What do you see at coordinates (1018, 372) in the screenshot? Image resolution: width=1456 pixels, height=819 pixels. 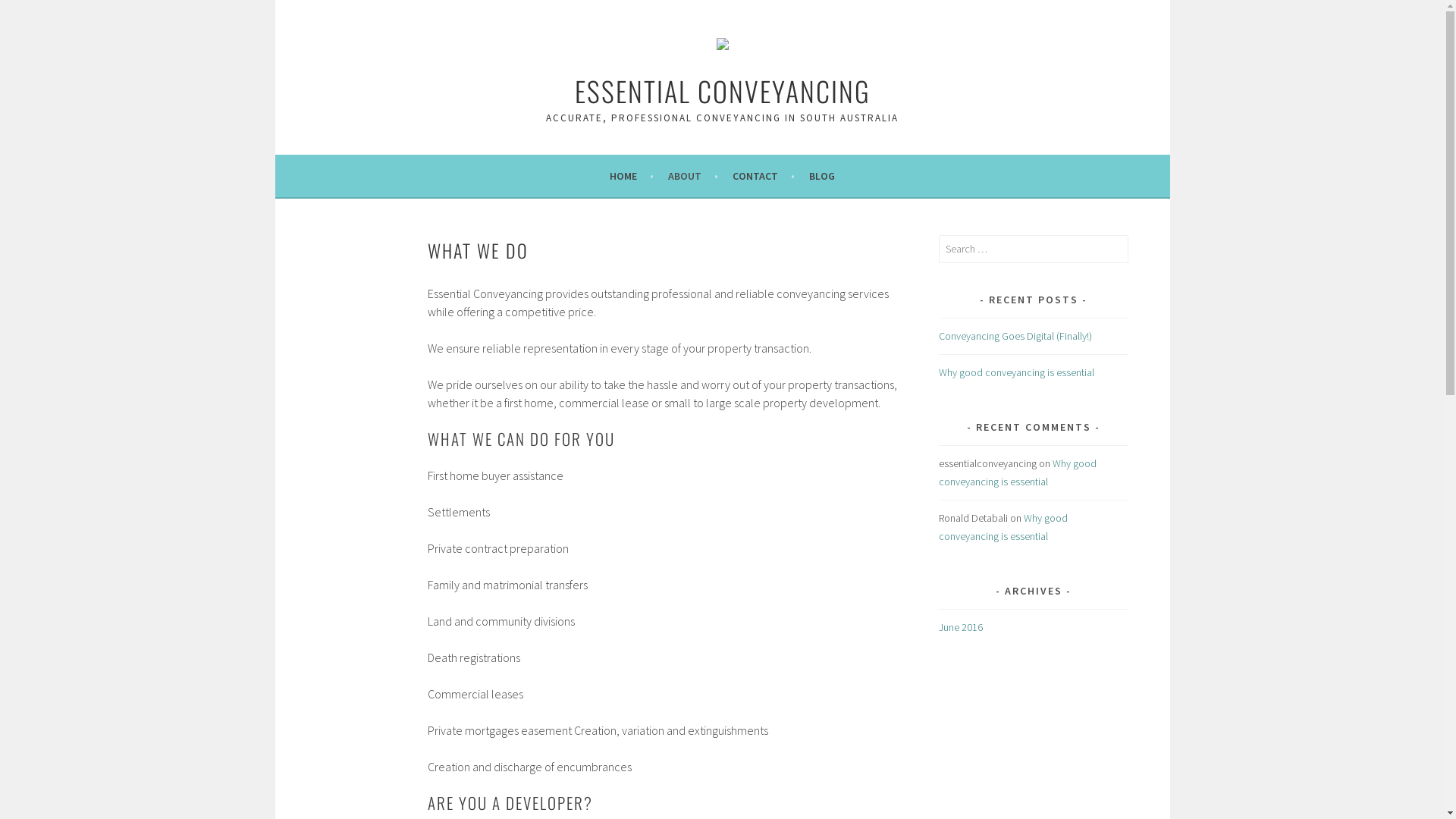 I see `'Why good conveyancing is essential  '` at bounding box center [1018, 372].